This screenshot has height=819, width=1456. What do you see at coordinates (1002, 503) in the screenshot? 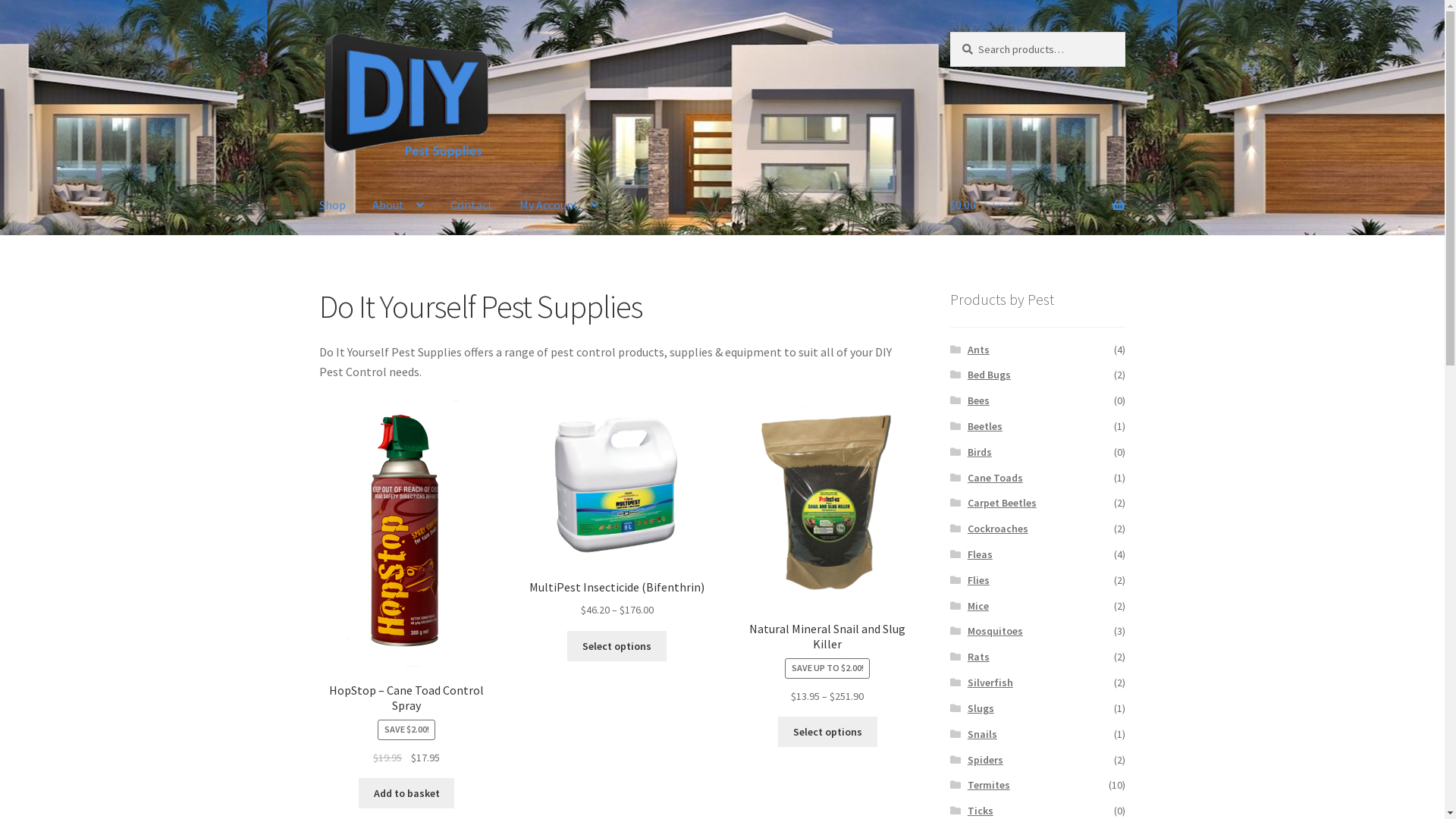
I see `'Carpet Beetles'` at bounding box center [1002, 503].